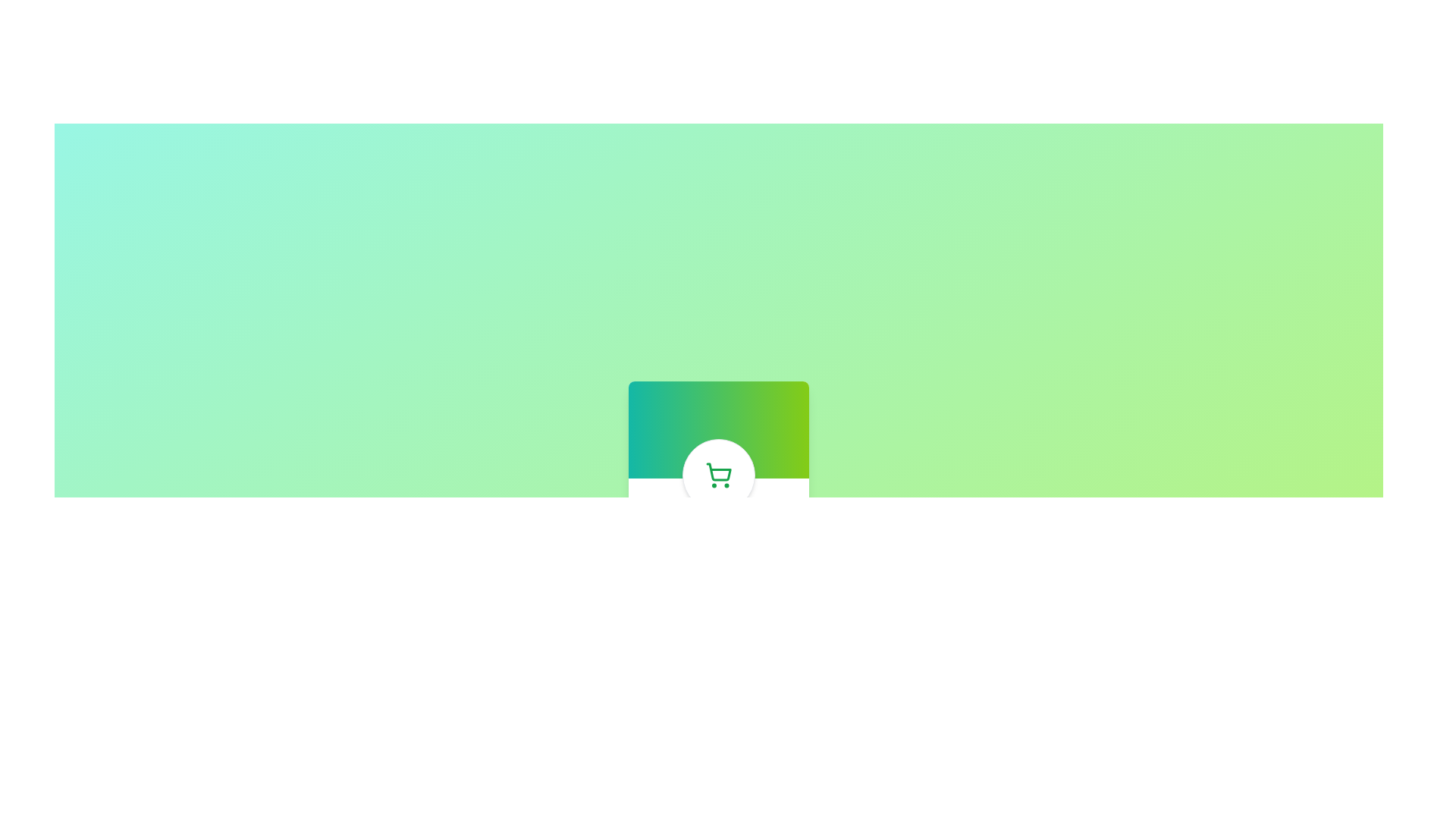 The height and width of the screenshot is (819, 1456). Describe the element at coordinates (717, 475) in the screenshot. I see `the shopping cart icon, which is a circular bordered element centered at the bottom of a green gradient background` at that location.